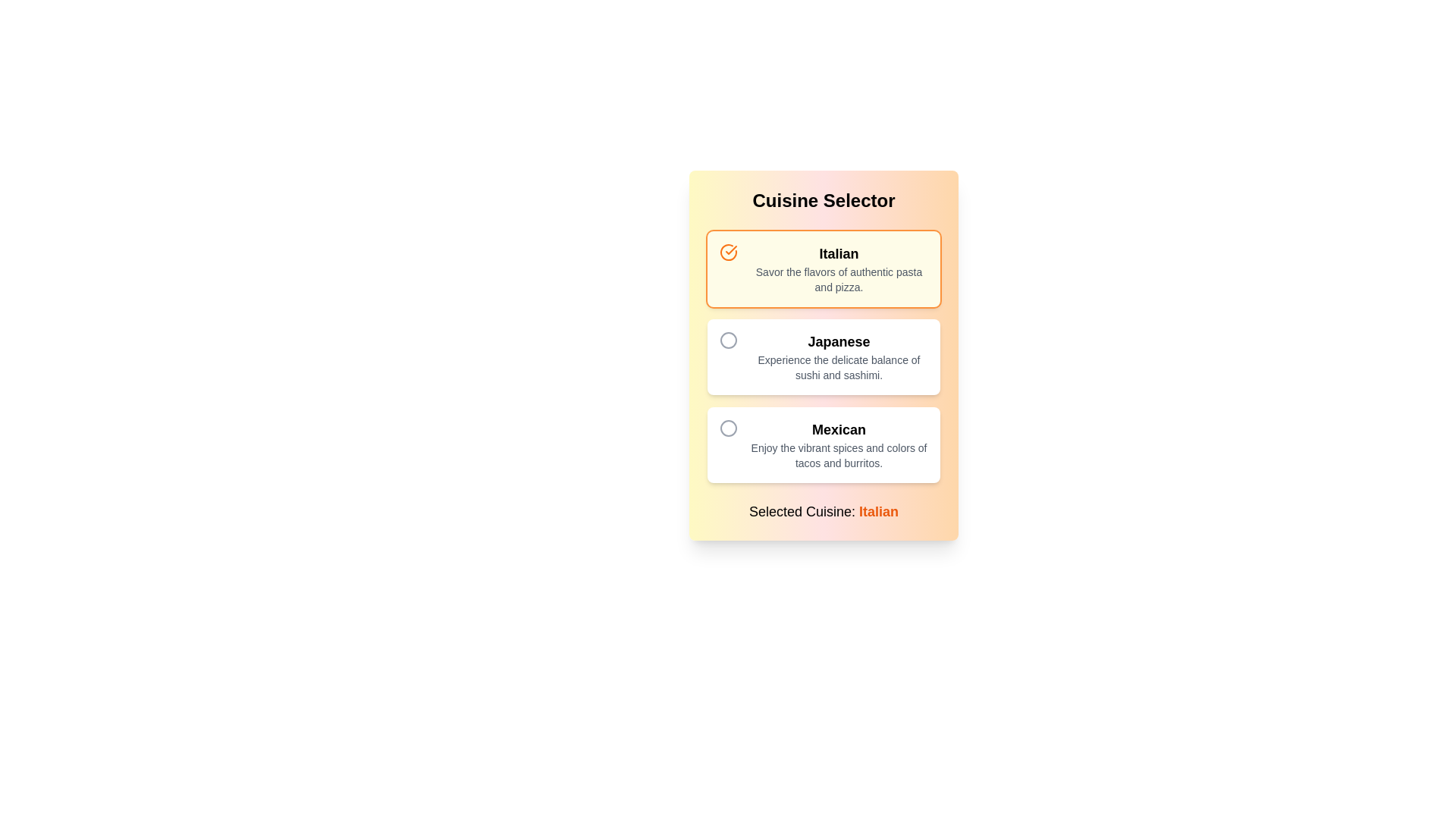 Image resolution: width=1456 pixels, height=819 pixels. What do you see at coordinates (879, 512) in the screenshot?
I see `the text label indicating the current cuisine selection, which displays 'Italian' as part of the sentence 'Selected Cuisine: Italian'` at bounding box center [879, 512].